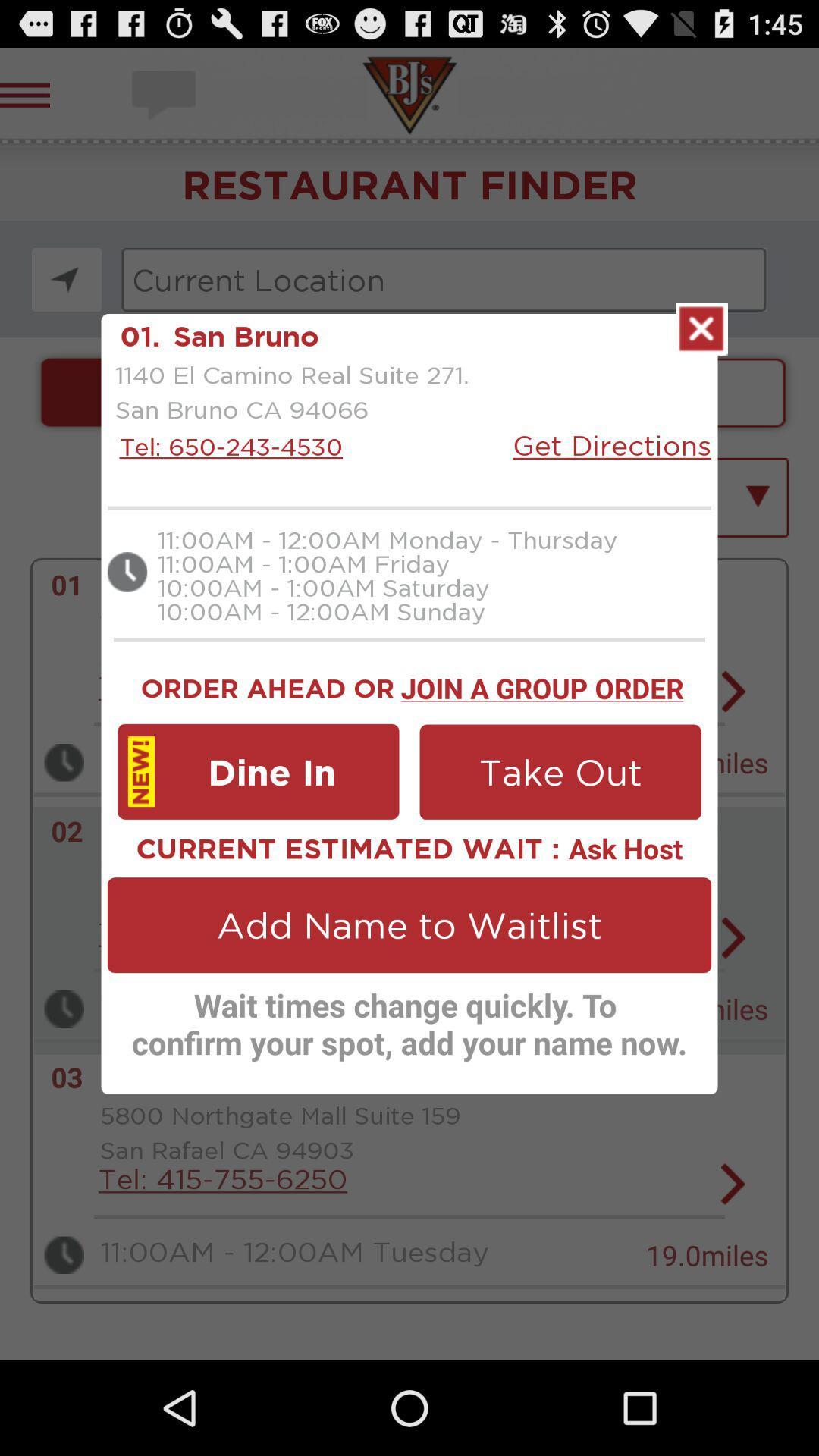 This screenshot has width=819, height=1456. What do you see at coordinates (257, 771) in the screenshot?
I see `app below order ahead or app` at bounding box center [257, 771].